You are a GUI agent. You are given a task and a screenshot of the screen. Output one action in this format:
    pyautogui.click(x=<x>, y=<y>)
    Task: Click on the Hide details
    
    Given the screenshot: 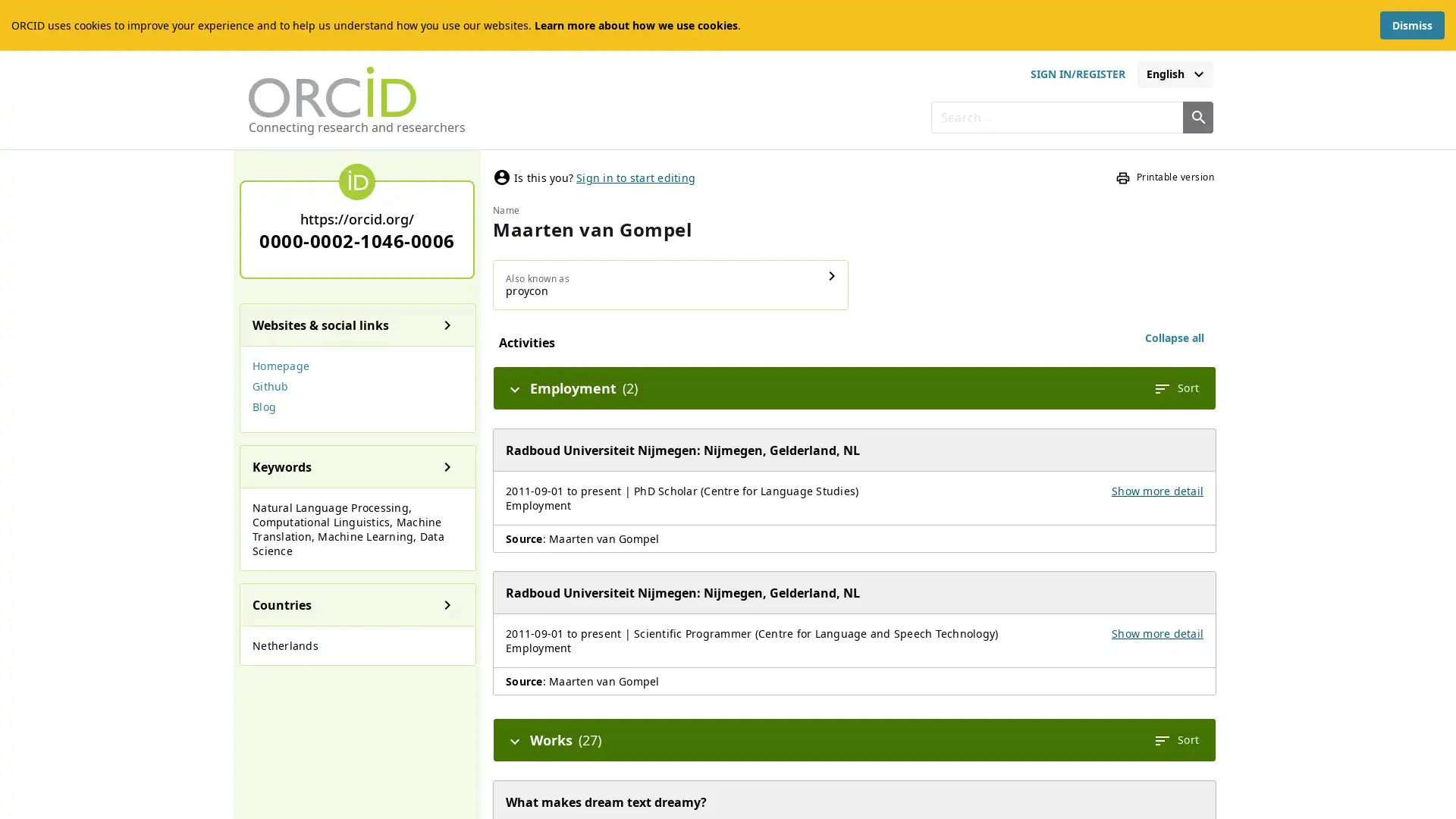 What is the action you would take?
    pyautogui.click(x=514, y=388)
    